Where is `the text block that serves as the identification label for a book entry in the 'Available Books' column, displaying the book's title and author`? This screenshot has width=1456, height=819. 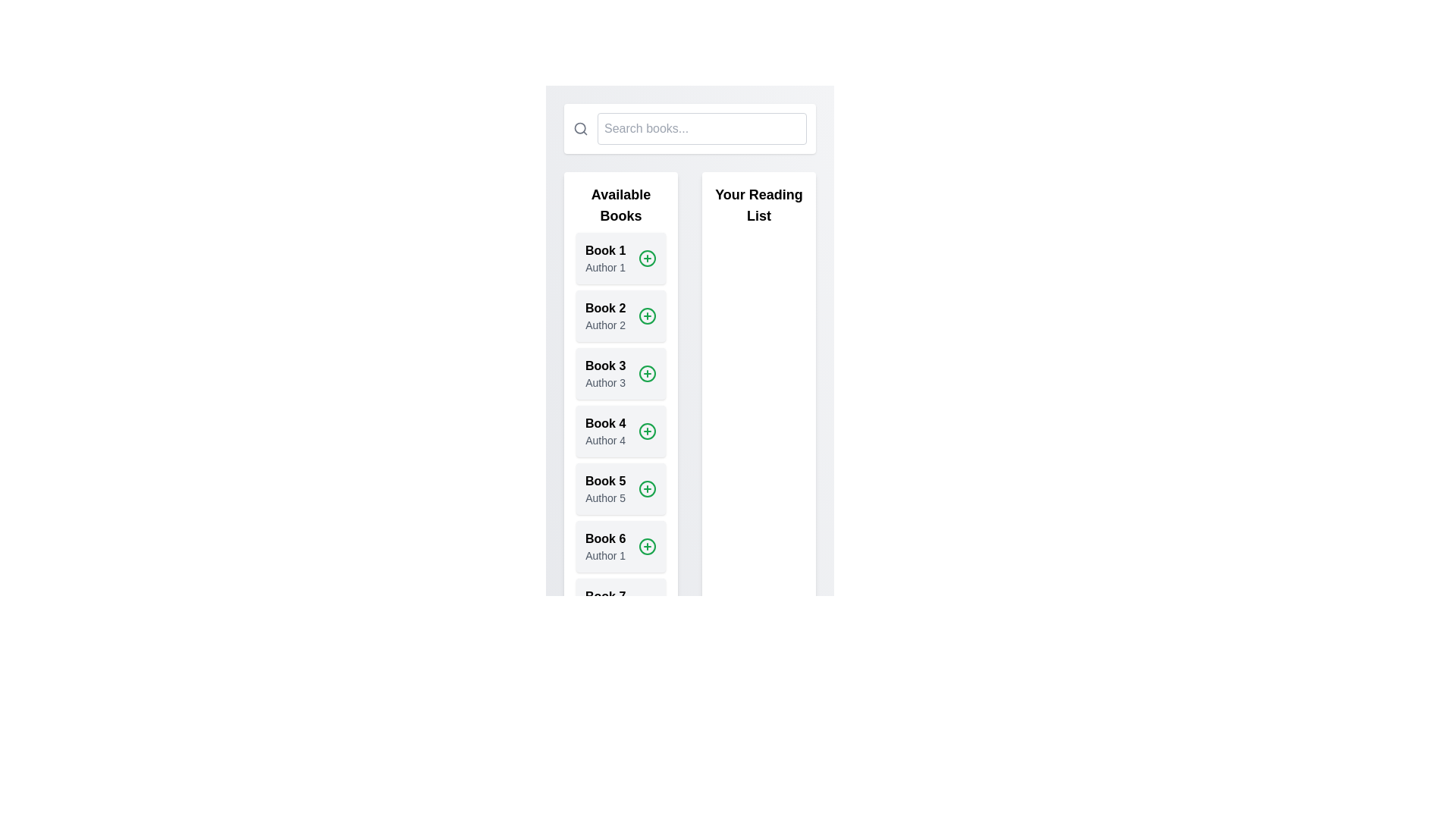
the text block that serves as the identification label for a book entry in the 'Available Books' column, displaying the book's title and author is located at coordinates (604, 257).